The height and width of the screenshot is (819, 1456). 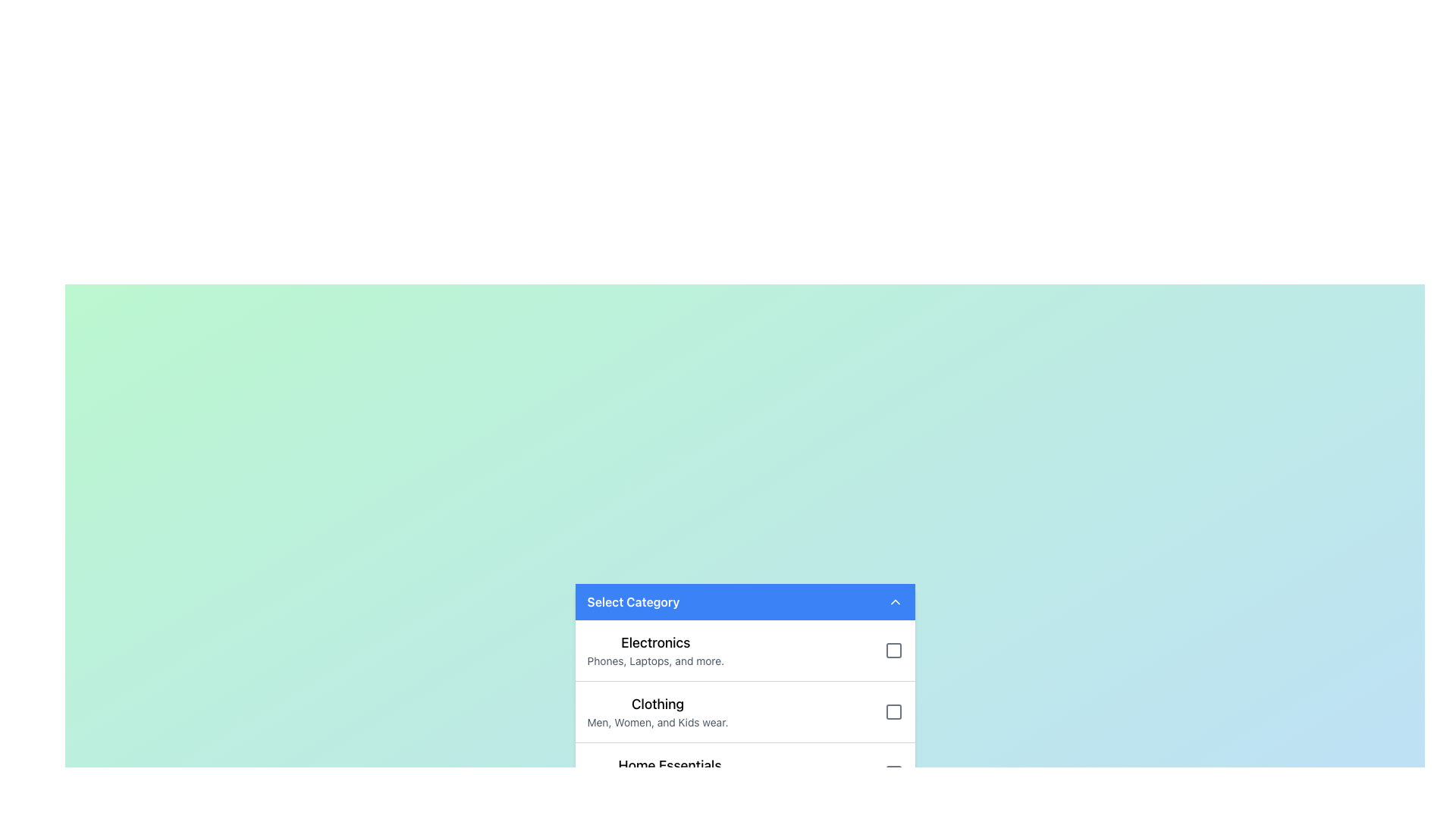 What do you see at coordinates (893, 649) in the screenshot?
I see `the Square icon located to the far right of the 'Electronics' list item in the 'Select Category' section` at bounding box center [893, 649].